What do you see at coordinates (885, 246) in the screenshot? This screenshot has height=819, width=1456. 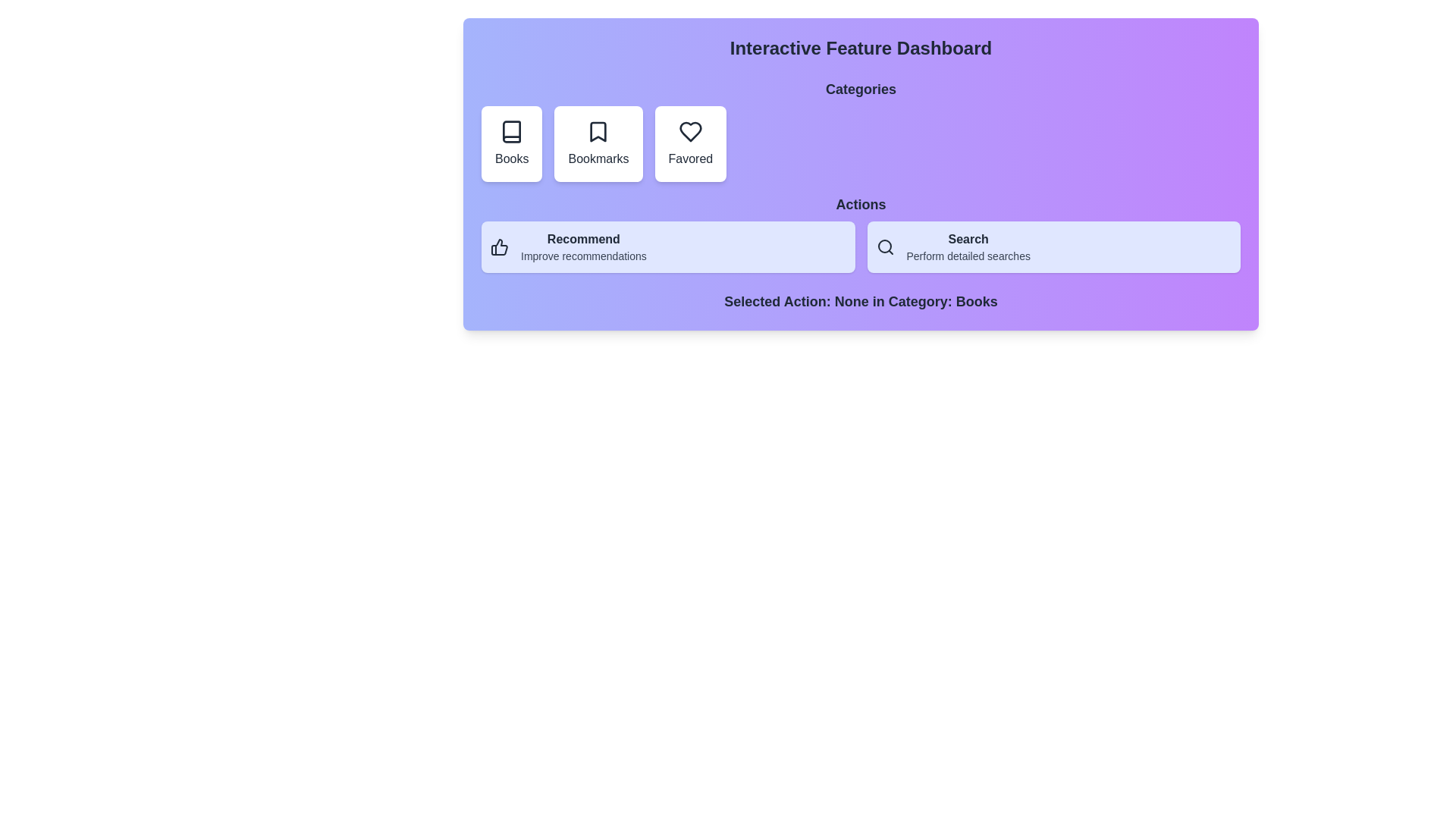 I see `the circular magnifying glass Search icon located on the second action button in the 'Actions' section, specifically inside the 'Search' button to the left of the text label` at bounding box center [885, 246].